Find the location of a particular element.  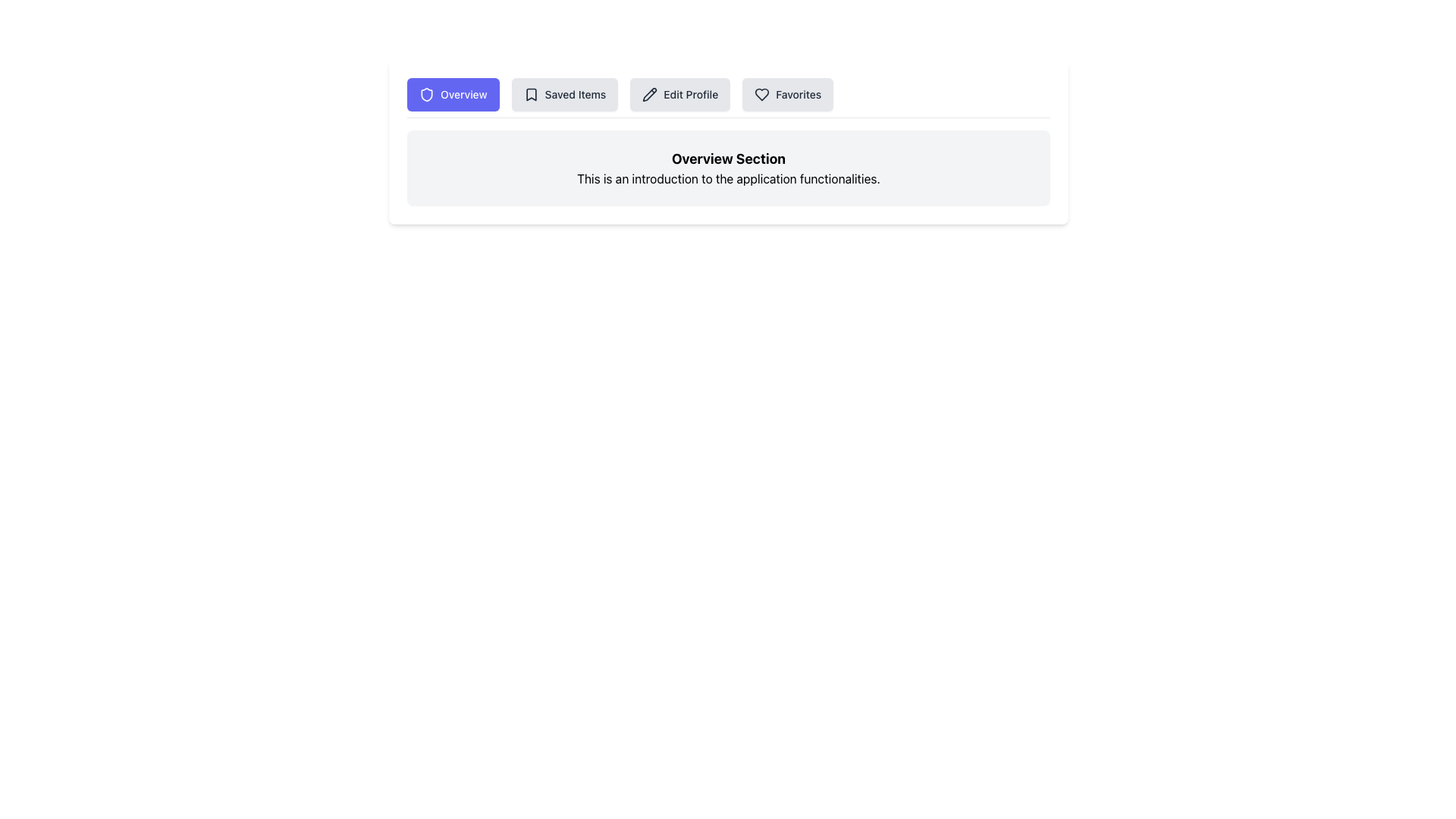

the bold textual label reading 'Overview Section' located at the top of a light gray, rounded rectangle section is located at coordinates (728, 158).